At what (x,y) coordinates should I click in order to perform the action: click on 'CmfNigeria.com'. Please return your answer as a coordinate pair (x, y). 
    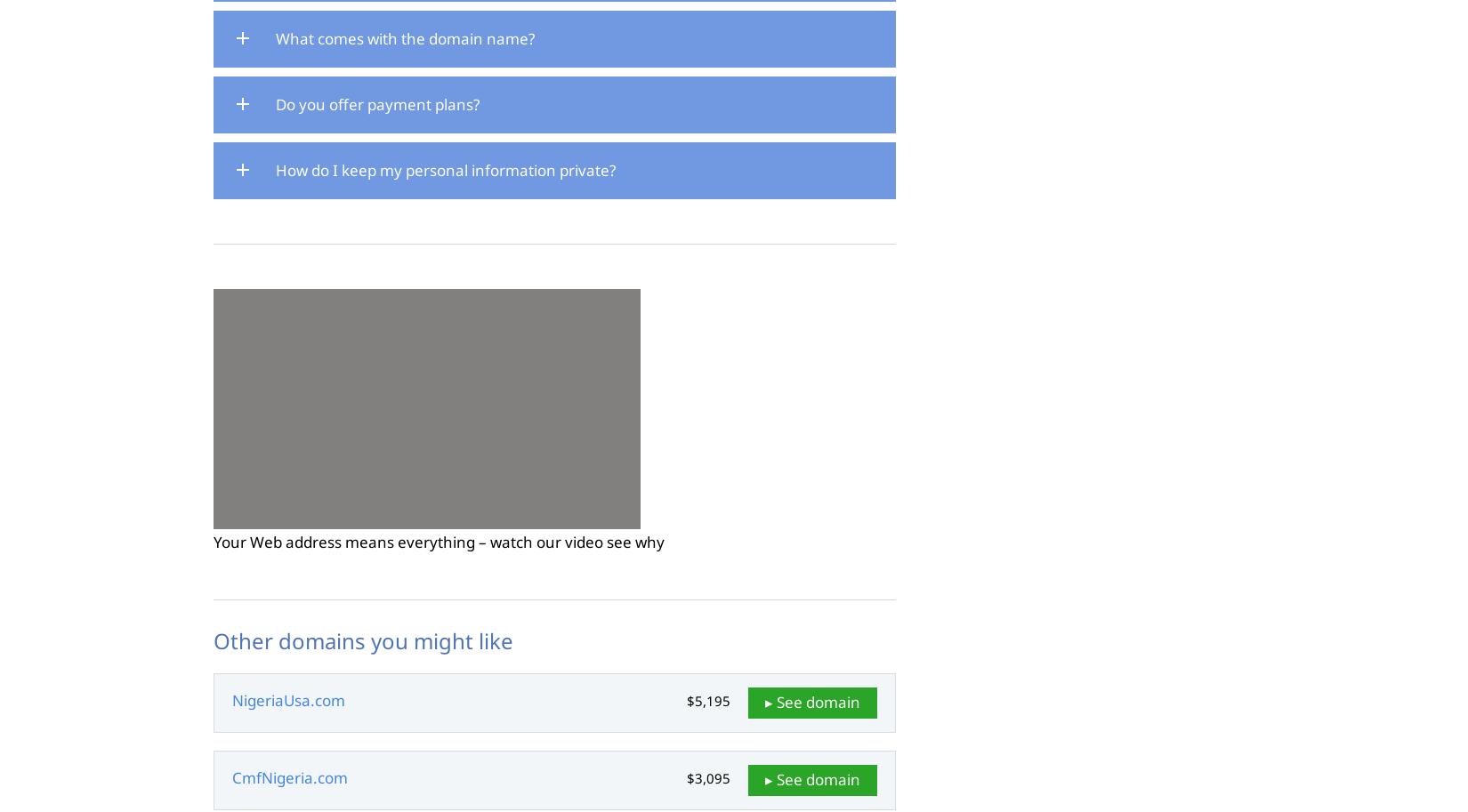
    Looking at the image, I should click on (290, 776).